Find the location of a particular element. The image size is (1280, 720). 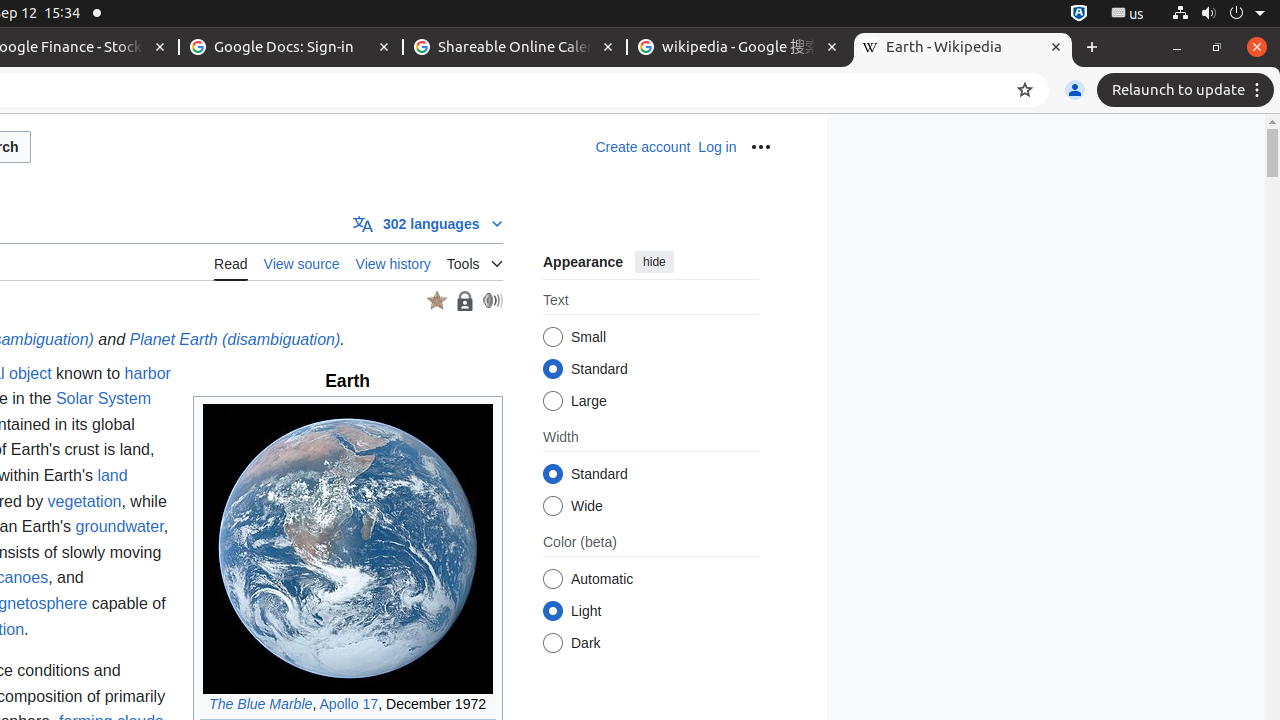

'Google Docs: Sign-in - Memory usage - 33.3 MB' is located at coordinates (289, 46).